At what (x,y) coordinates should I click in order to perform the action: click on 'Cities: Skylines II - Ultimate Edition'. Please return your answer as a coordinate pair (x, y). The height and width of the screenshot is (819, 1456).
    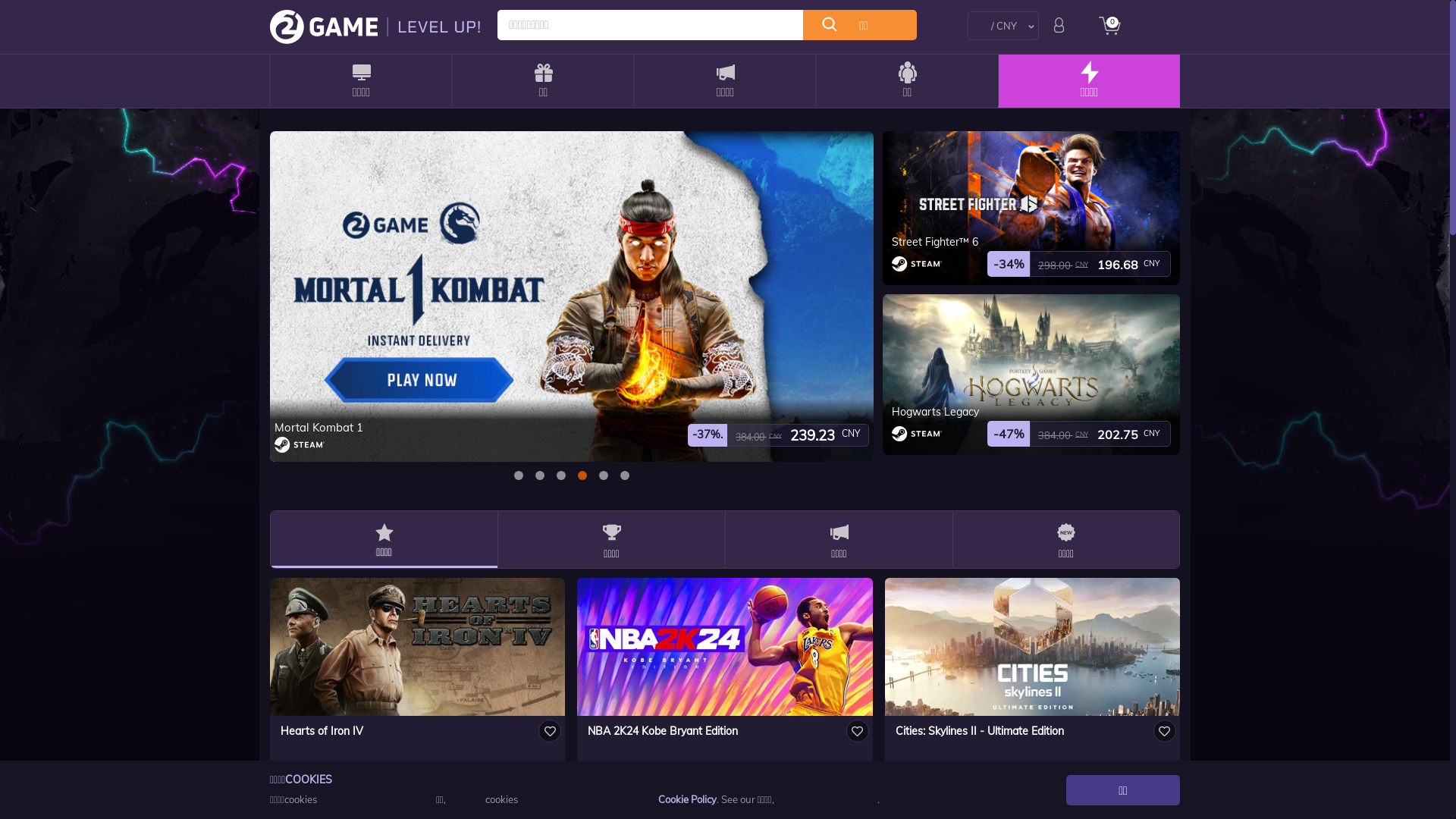
    Looking at the image, I should click on (979, 730).